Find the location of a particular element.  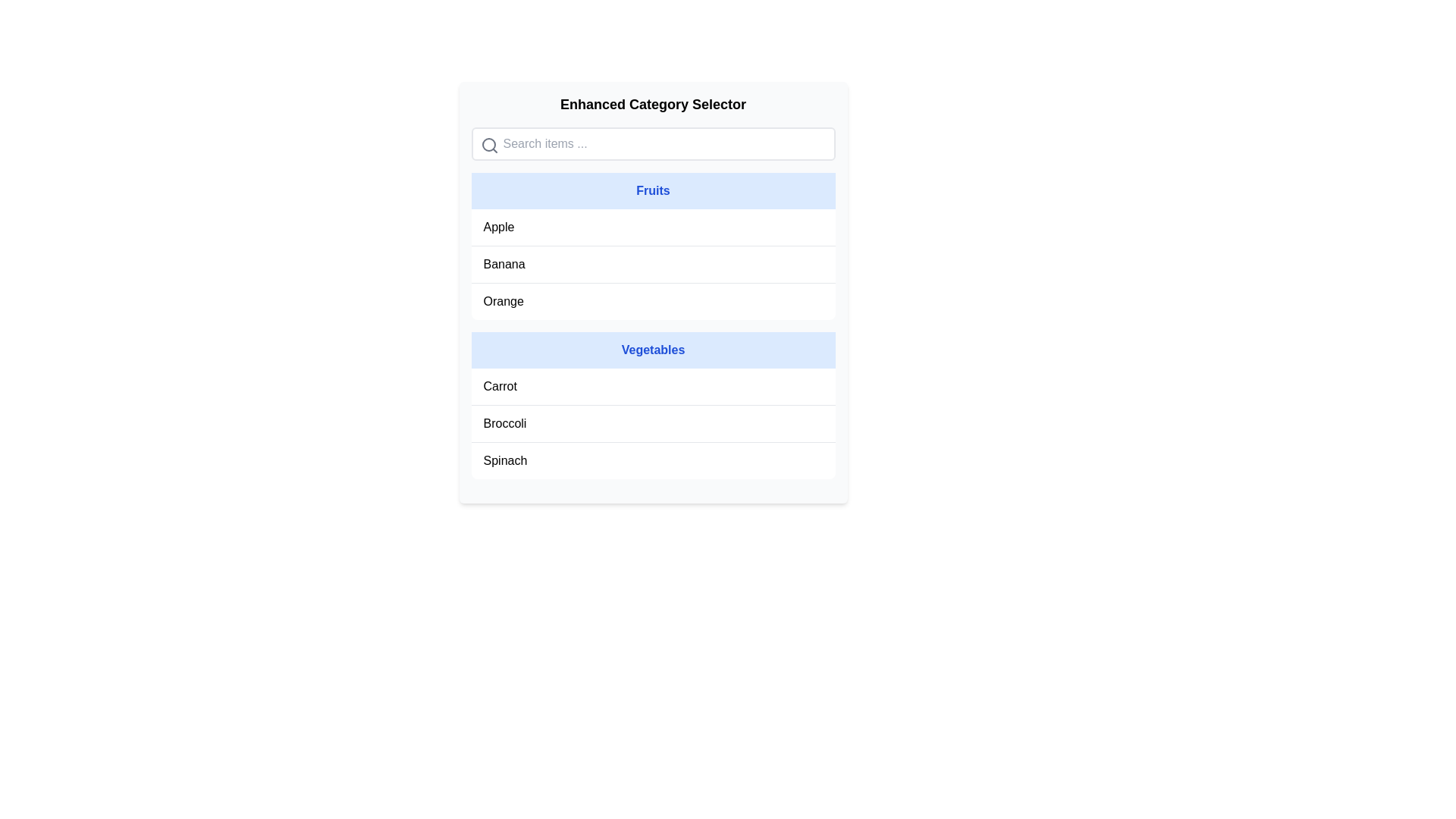

the search icon positioned inside the search bar input field, aligned to the left, which visually indicates the purpose of the input field for searching is located at coordinates (489, 146).